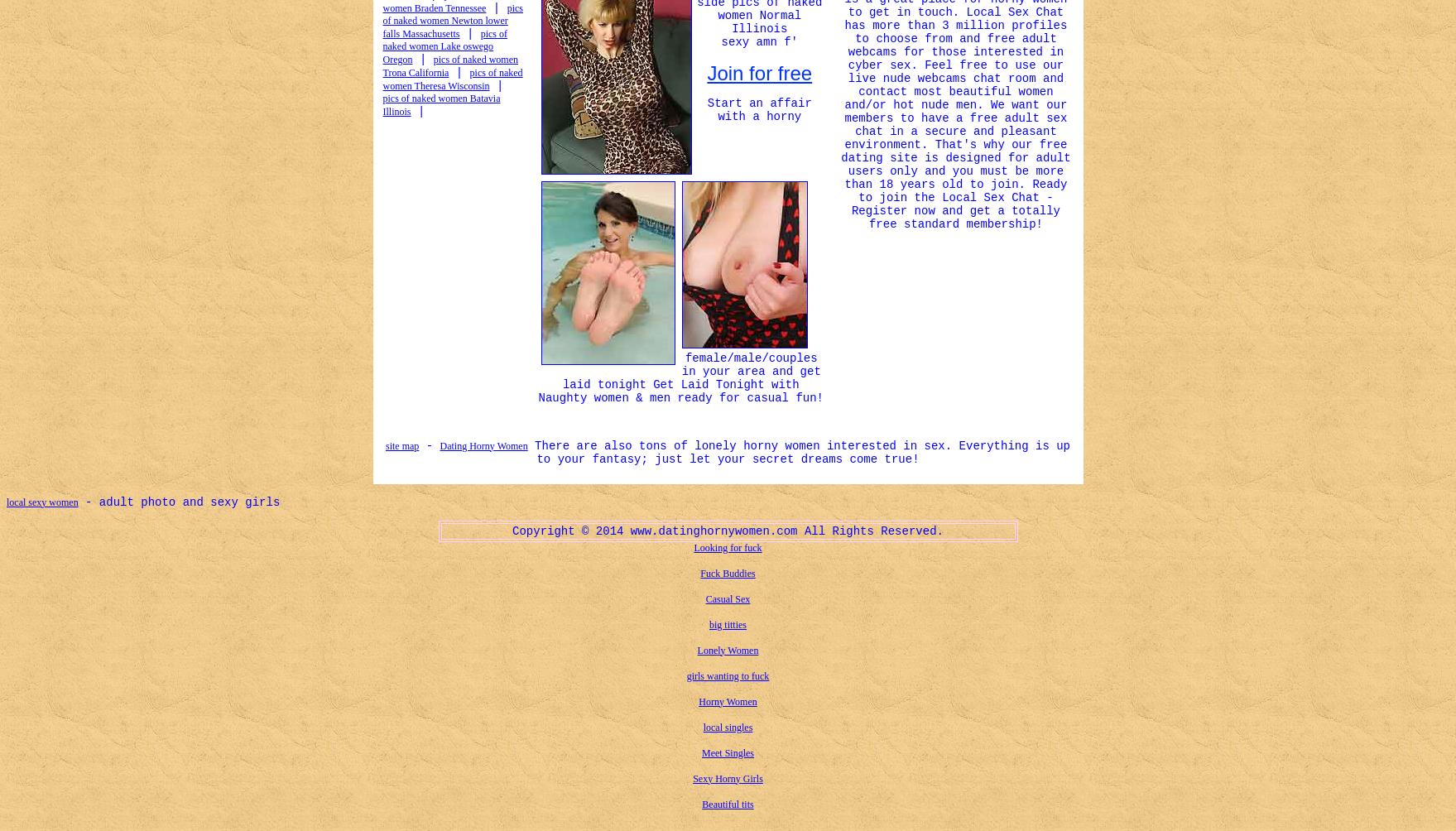 The height and width of the screenshot is (831, 1456). Describe the element at coordinates (727, 571) in the screenshot. I see `'Fuck Buddies'` at that location.